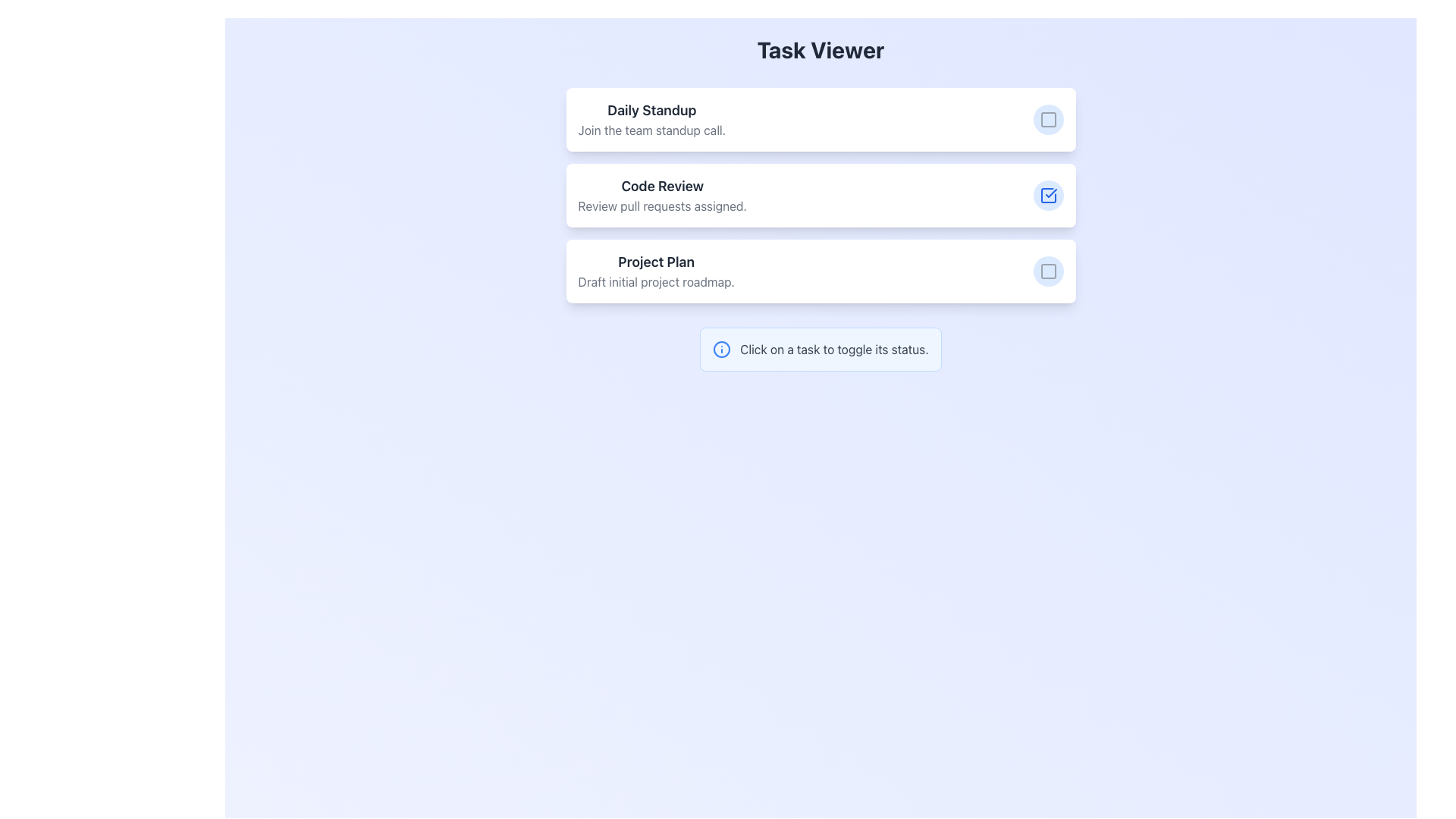  Describe the element at coordinates (662, 206) in the screenshot. I see `the static text label that provides additional details regarding the 'Code Review' task, located below the bold heading in the middle task box` at that location.